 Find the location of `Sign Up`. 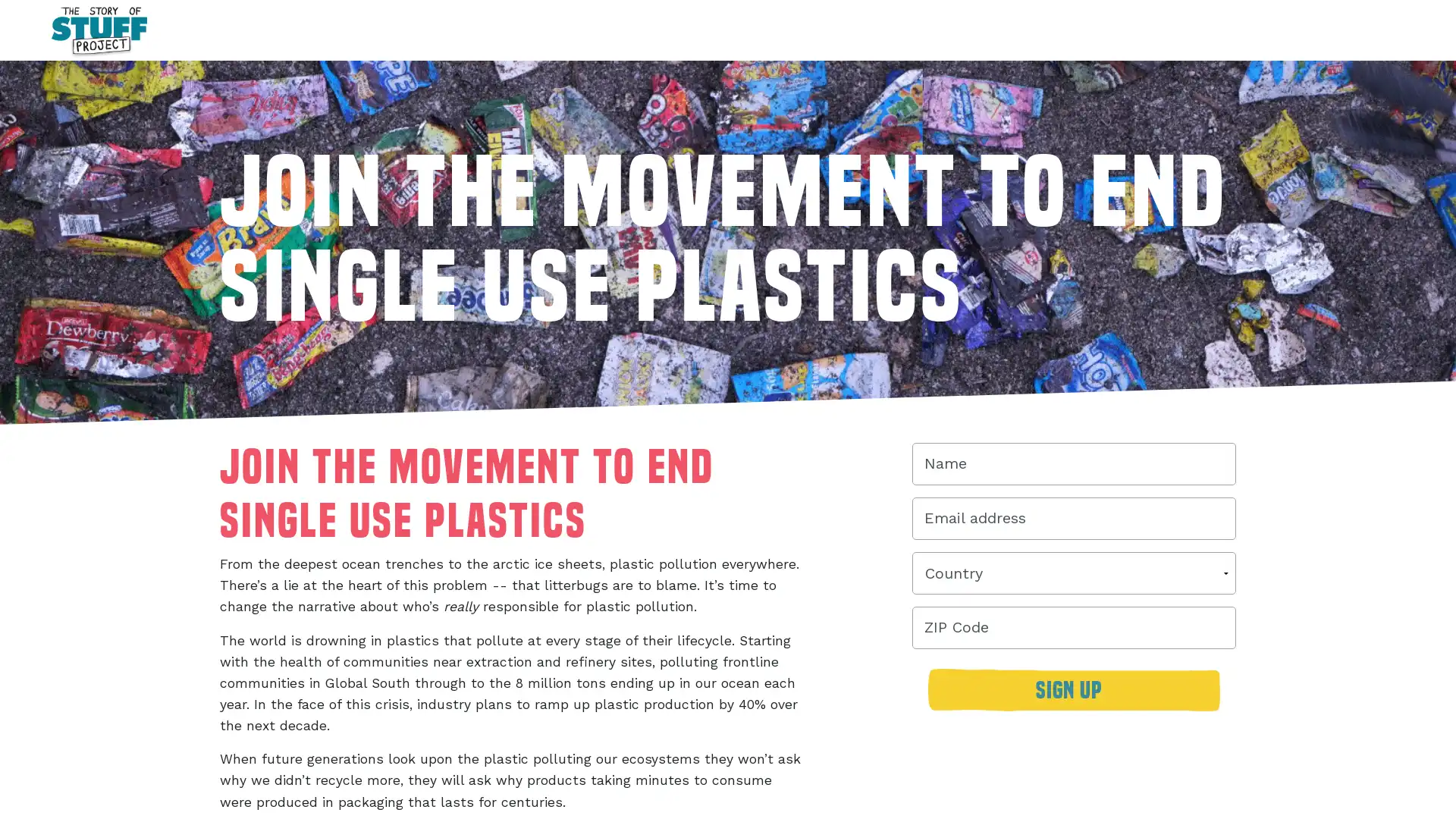

Sign Up is located at coordinates (1073, 698).